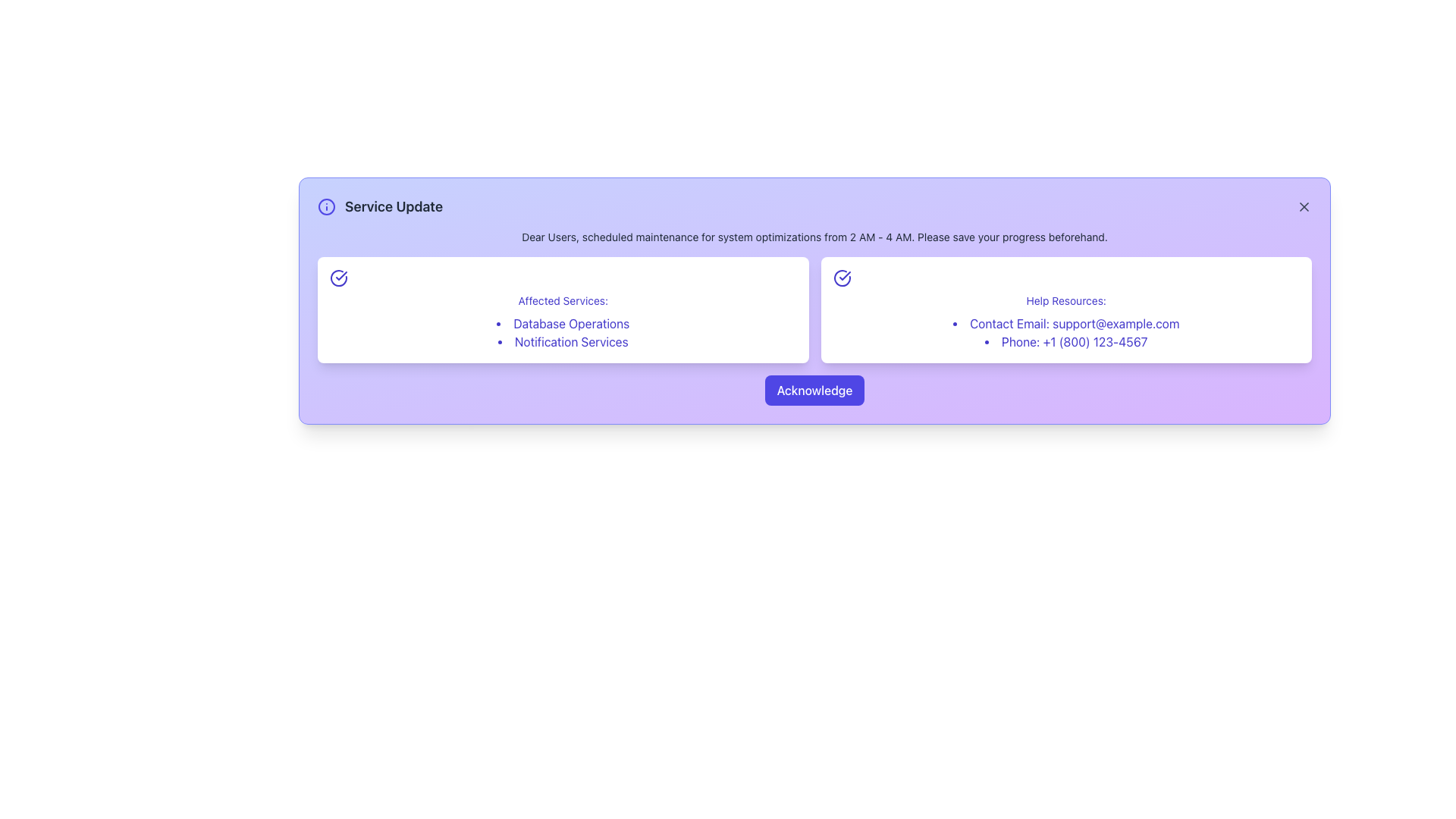 The height and width of the screenshot is (819, 1456). Describe the element at coordinates (1065, 301) in the screenshot. I see `the text label displaying 'Help Resources:' located in the upper section of the right panel within a double-column dialog box` at that location.